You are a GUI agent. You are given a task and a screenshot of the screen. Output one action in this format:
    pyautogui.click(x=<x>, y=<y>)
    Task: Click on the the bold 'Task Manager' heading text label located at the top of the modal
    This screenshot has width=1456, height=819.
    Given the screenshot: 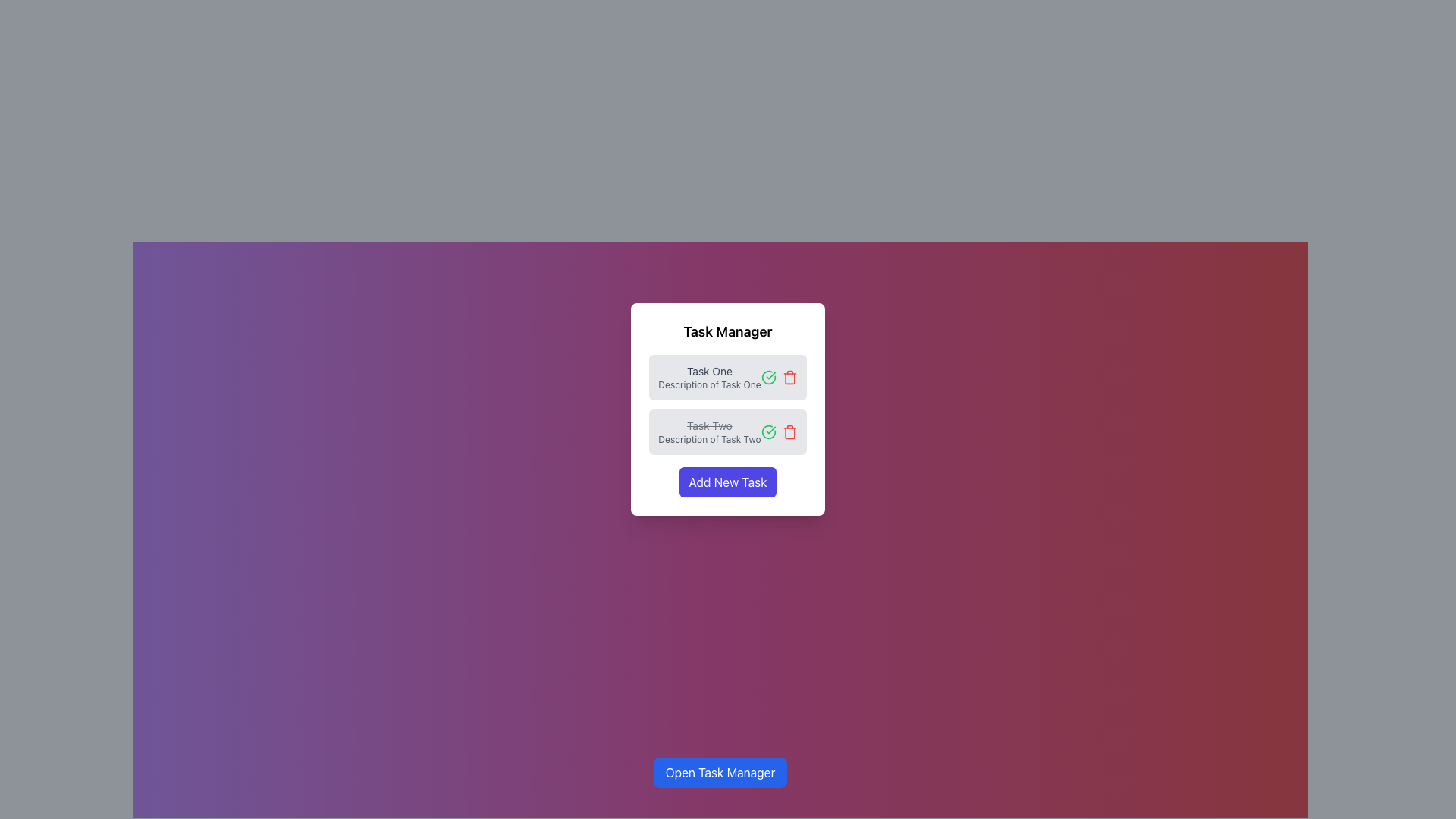 What is the action you would take?
    pyautogui.click(x=728, y=331)
    